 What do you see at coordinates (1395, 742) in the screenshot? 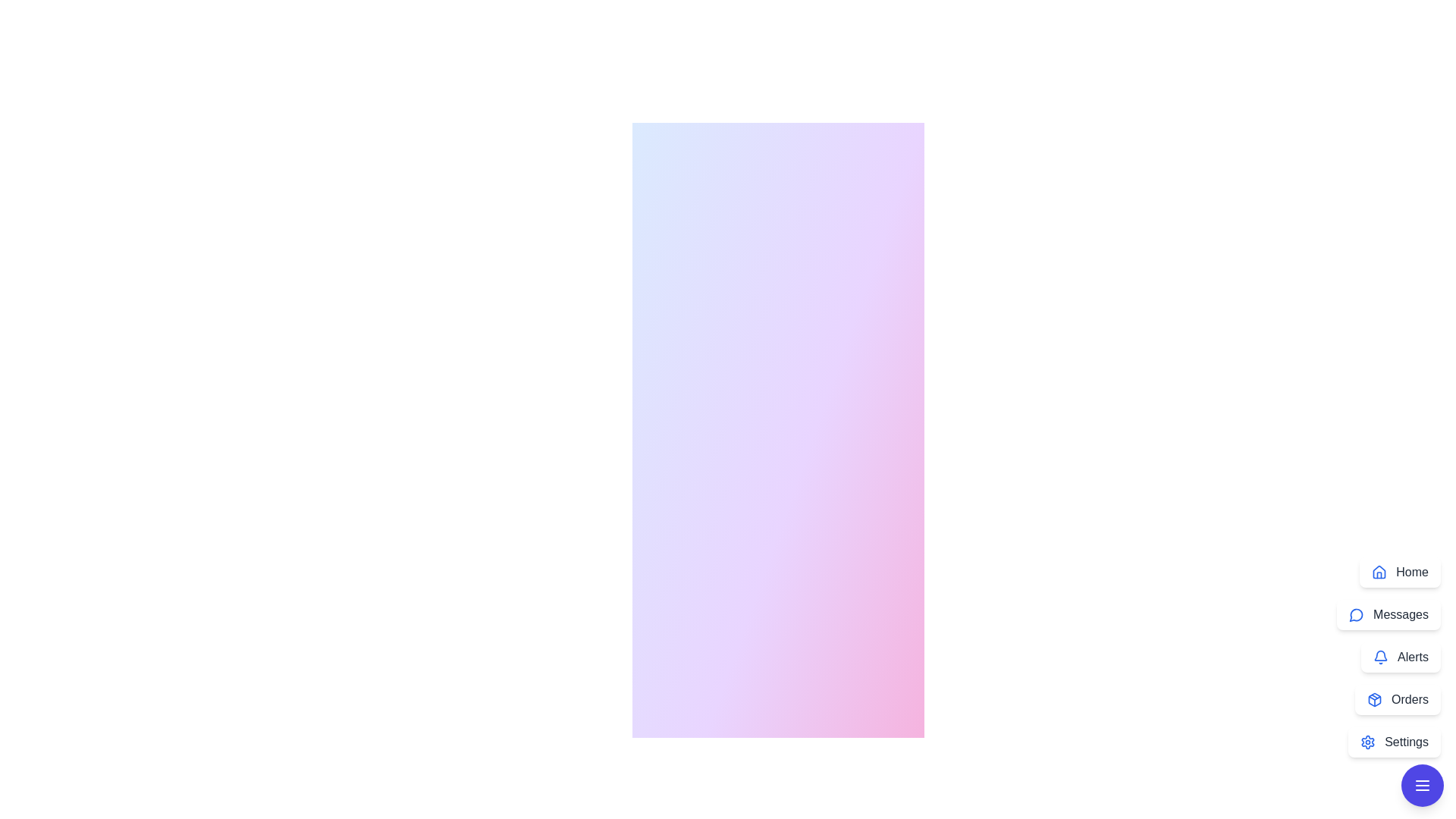
I see `the menu option Settings` at bounding box center [1395, 742].